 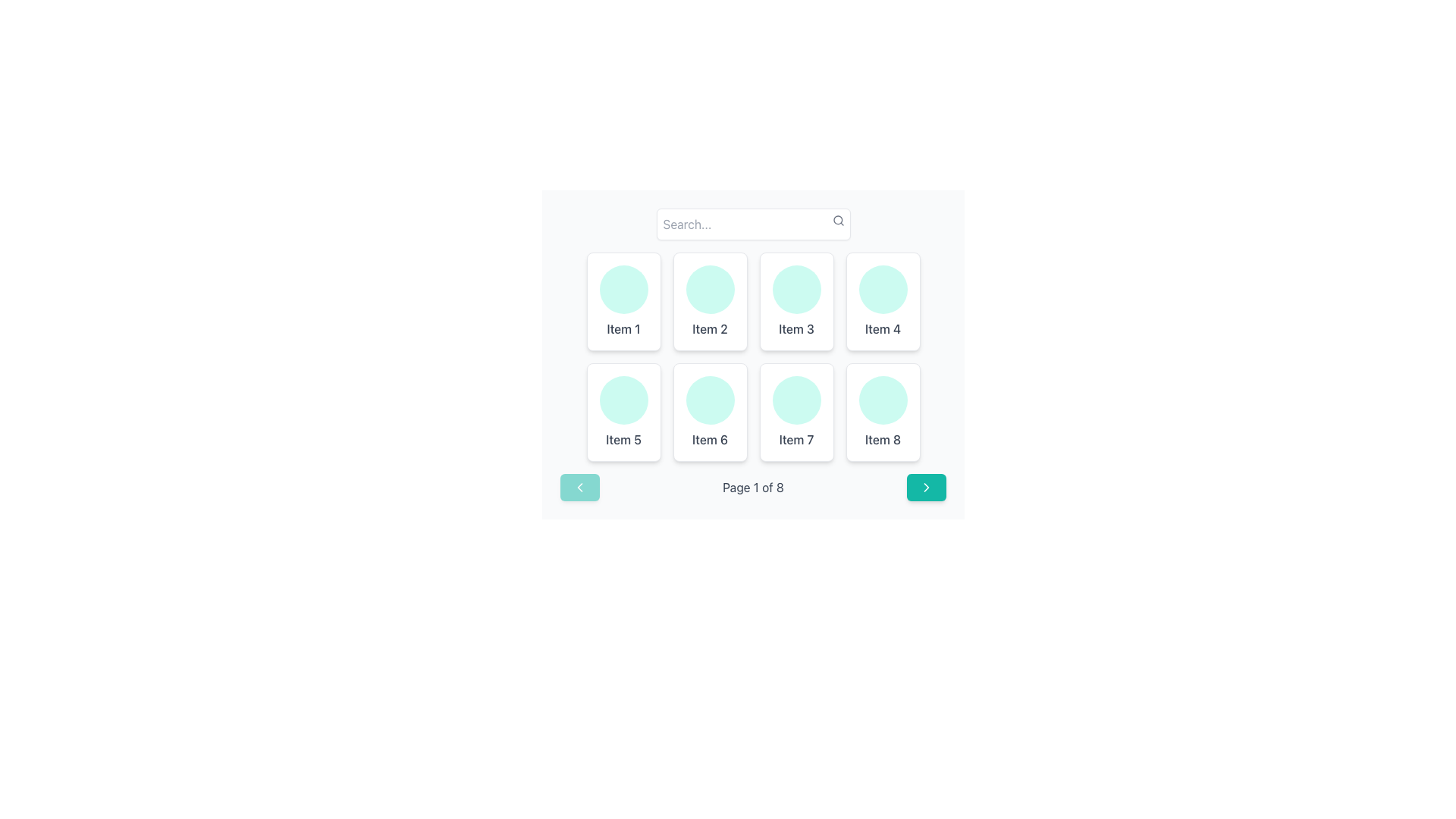 I want to click on an item within the Grid Layout, so click(x=753, y=356).